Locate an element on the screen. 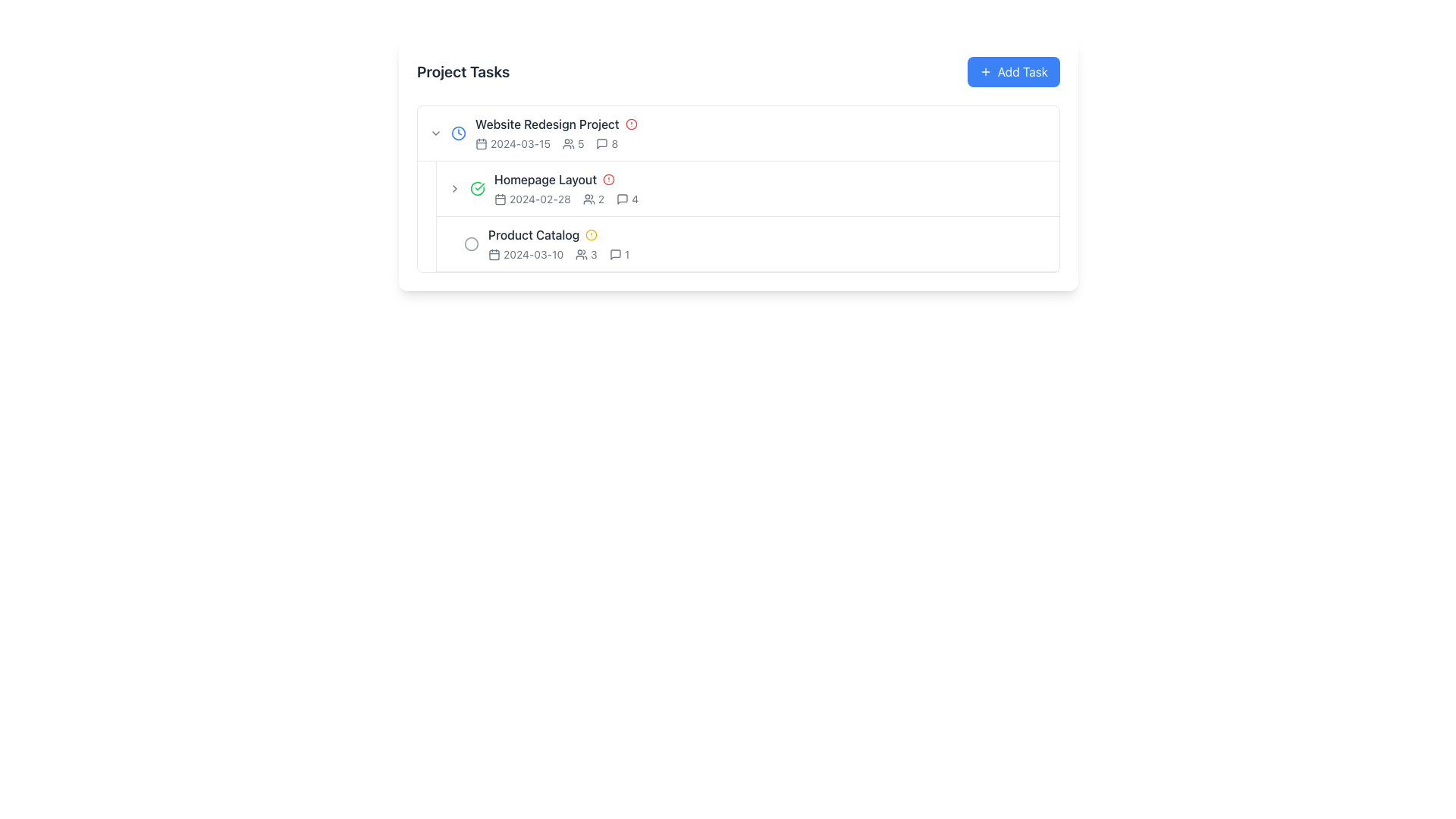 Image resolution: width=1456 pixels, height=819 pixels. the calendar icon located to the left of the date text '2024-02-28', which is part of the second item in the vertical list under 'Project Tasks' is located at coordinates (500, 198).